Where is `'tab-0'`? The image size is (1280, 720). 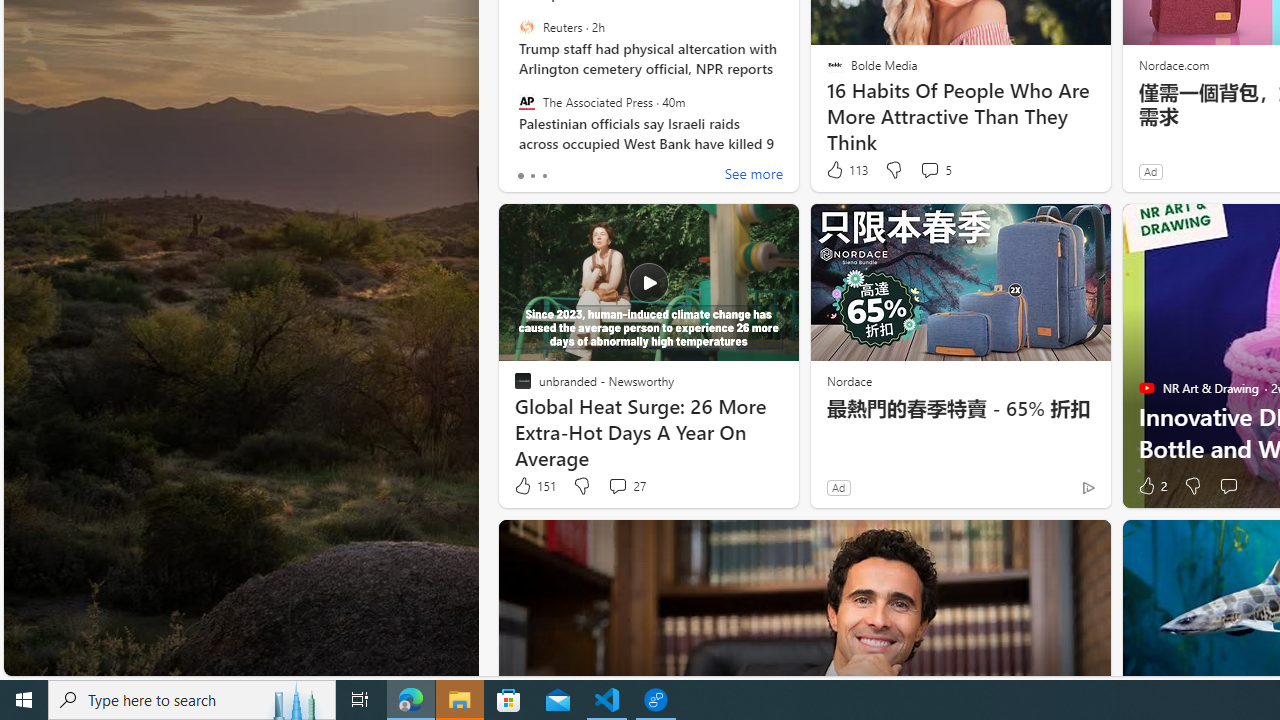 'tab-0' is located at coordinates (520, 175).